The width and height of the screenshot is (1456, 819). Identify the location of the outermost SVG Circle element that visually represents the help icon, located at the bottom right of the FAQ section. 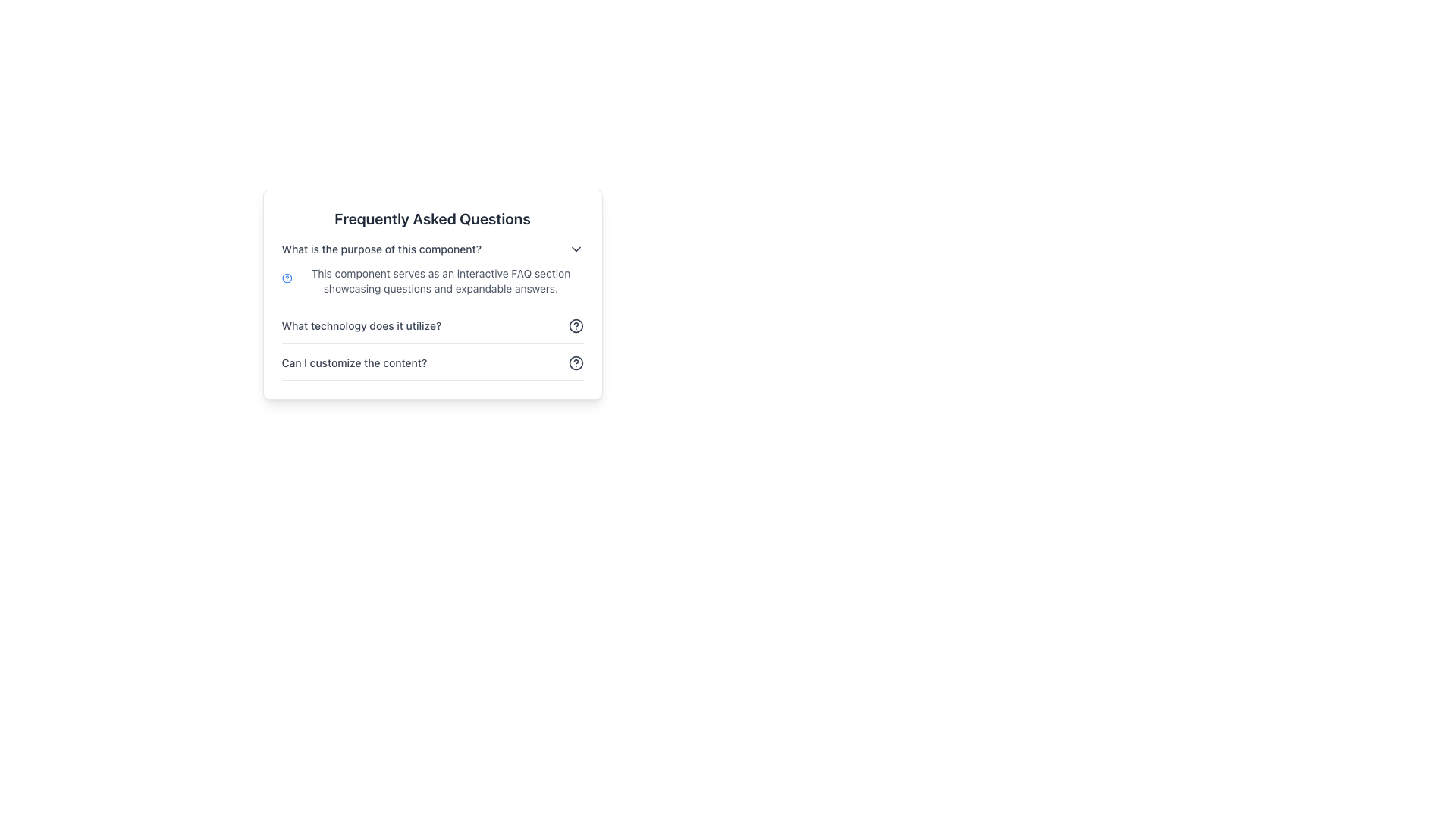
(575, 362).